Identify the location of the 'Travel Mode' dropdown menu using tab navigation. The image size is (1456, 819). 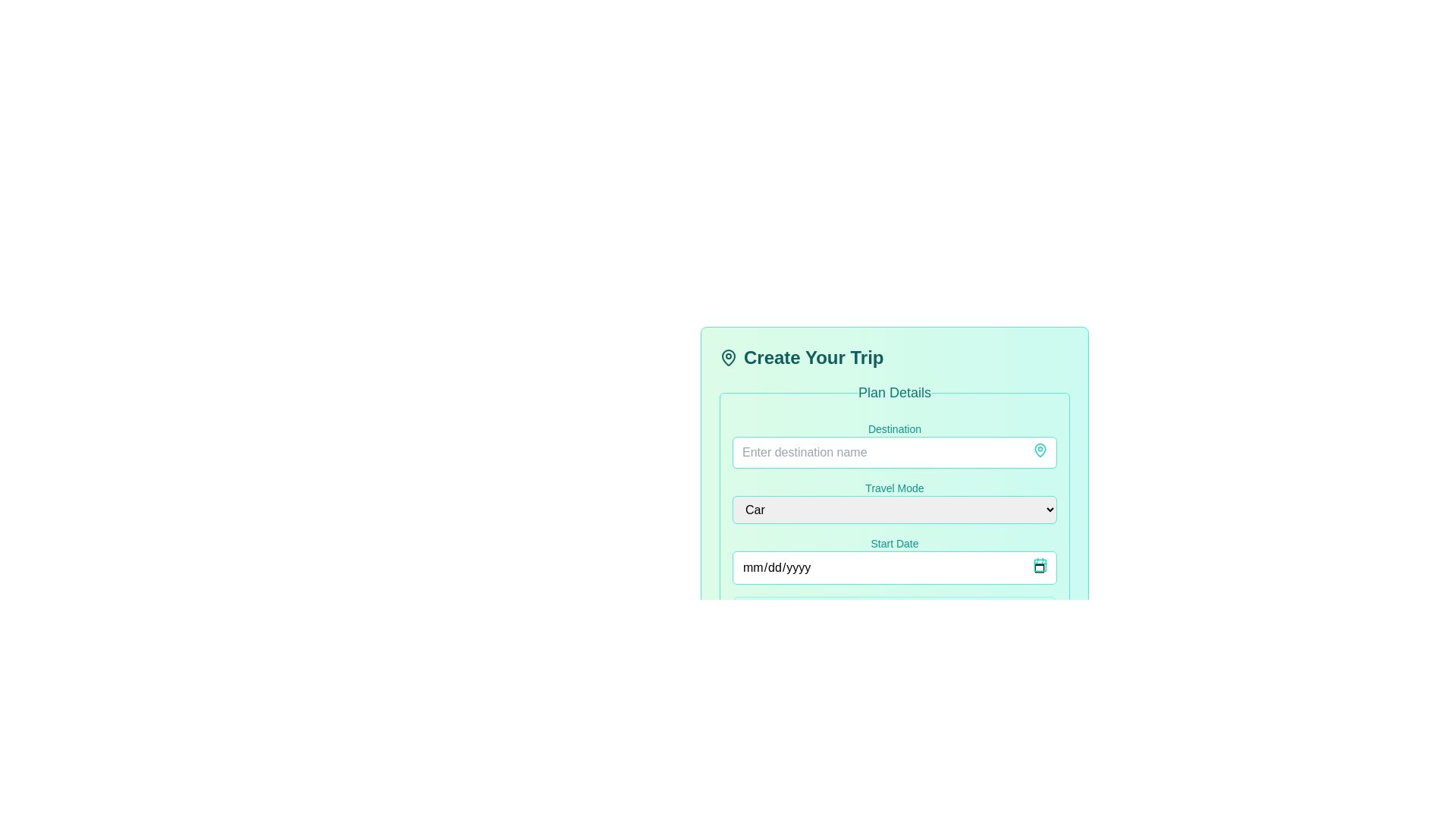
(895, 502).